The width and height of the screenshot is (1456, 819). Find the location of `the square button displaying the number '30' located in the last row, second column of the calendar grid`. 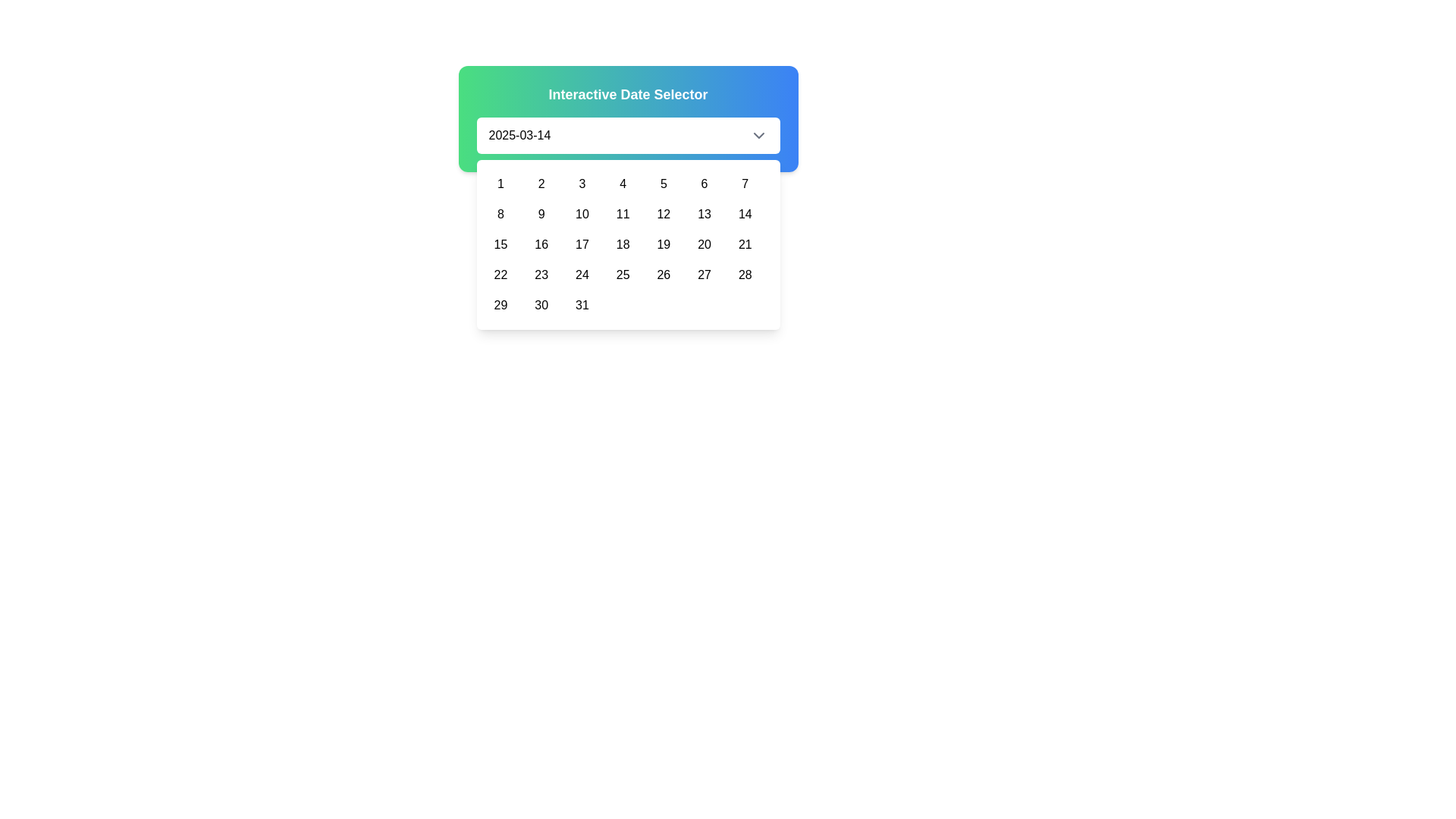

the square button displaying the number '30' located in the last row, second column of the calendar grid is located at coordinates (541, 305).